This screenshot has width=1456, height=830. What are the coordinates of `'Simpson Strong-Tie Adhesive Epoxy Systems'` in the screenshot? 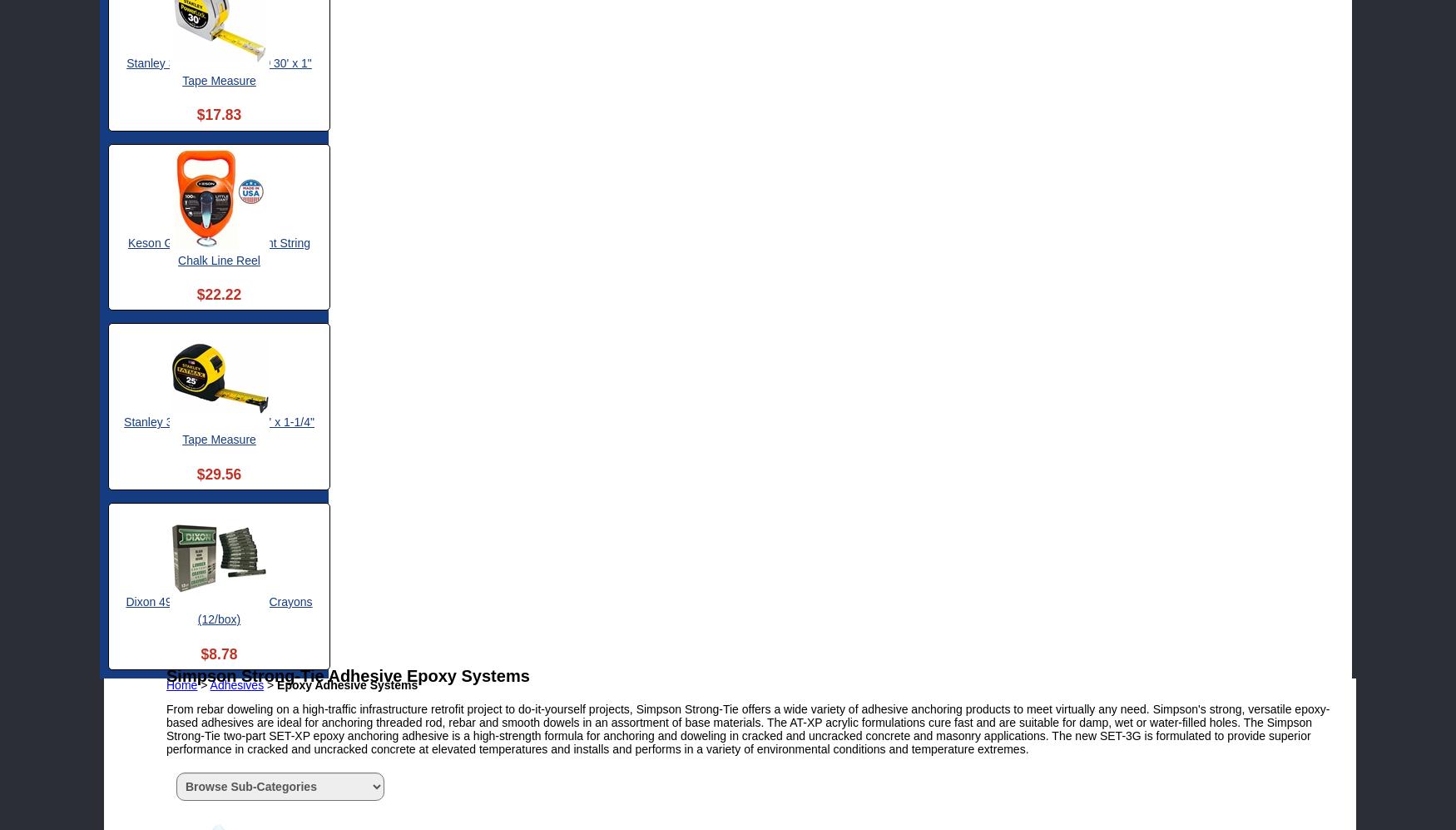 It's located at (166, 673).